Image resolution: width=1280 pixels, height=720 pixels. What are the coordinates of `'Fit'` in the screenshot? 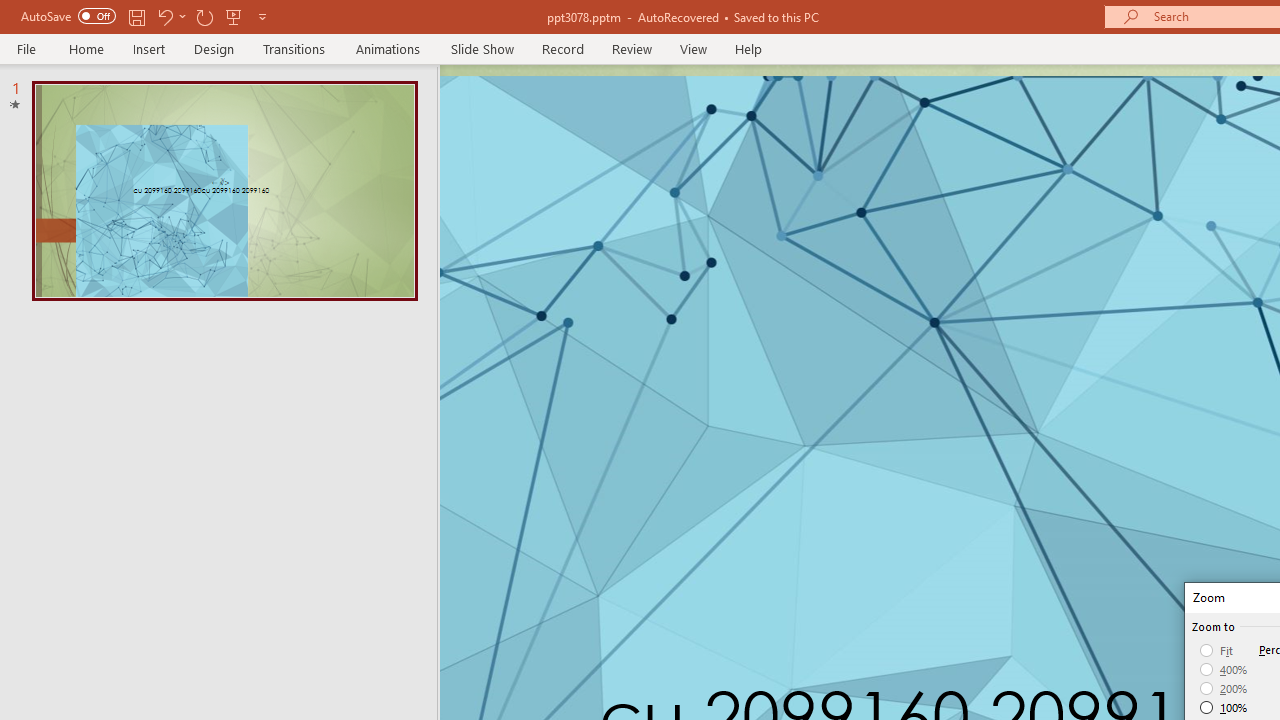 It's located at (1216, 650).